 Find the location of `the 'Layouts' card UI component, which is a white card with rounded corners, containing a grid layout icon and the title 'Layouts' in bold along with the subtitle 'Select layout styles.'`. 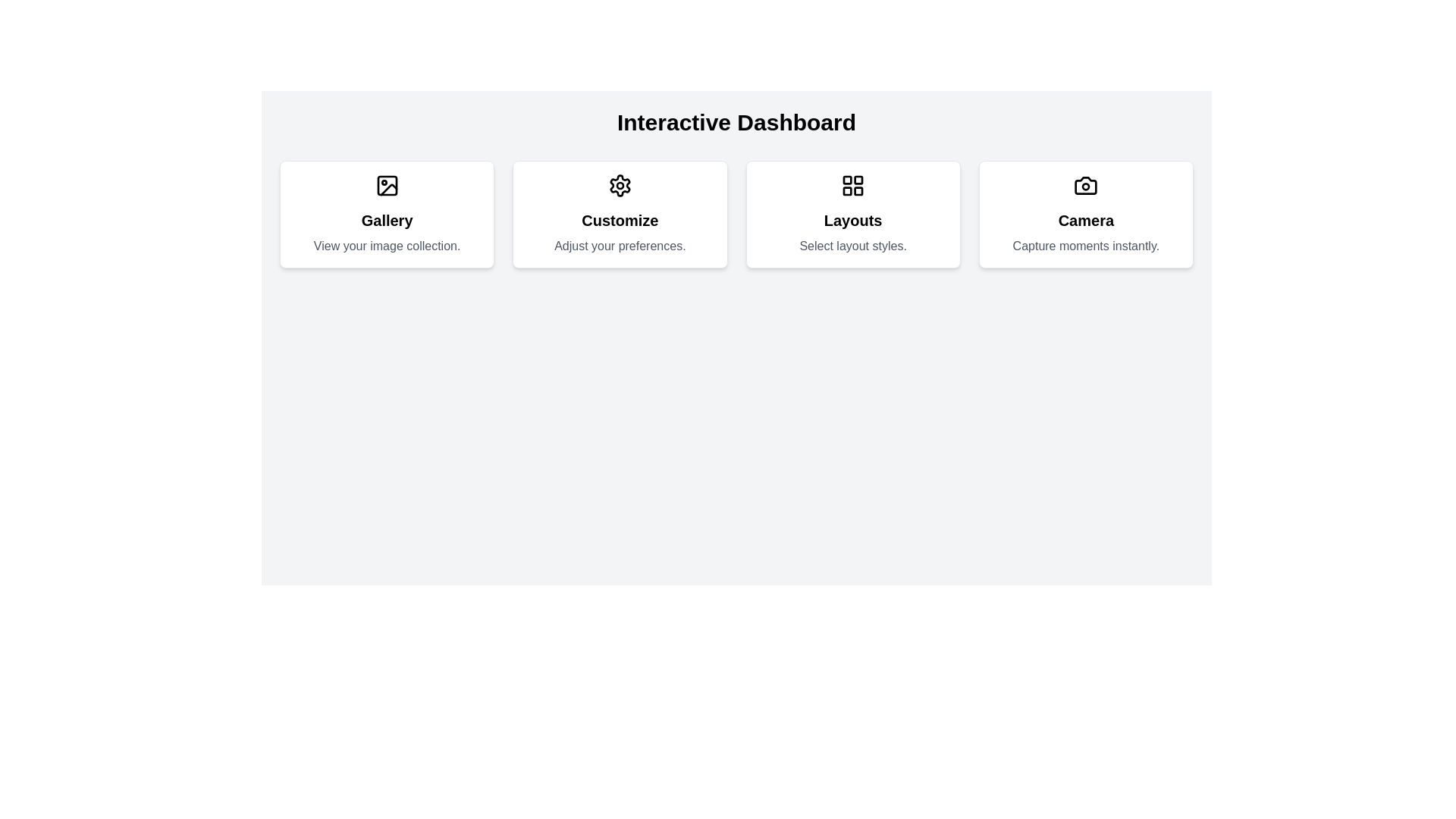

the 'Layouts' card UI component, which is a white card with rounded corners, containing a grid layout icon and the title 'Layouts' in bold along with the subtitle 'Select layout styles.' is located at coordinates (852, 214).